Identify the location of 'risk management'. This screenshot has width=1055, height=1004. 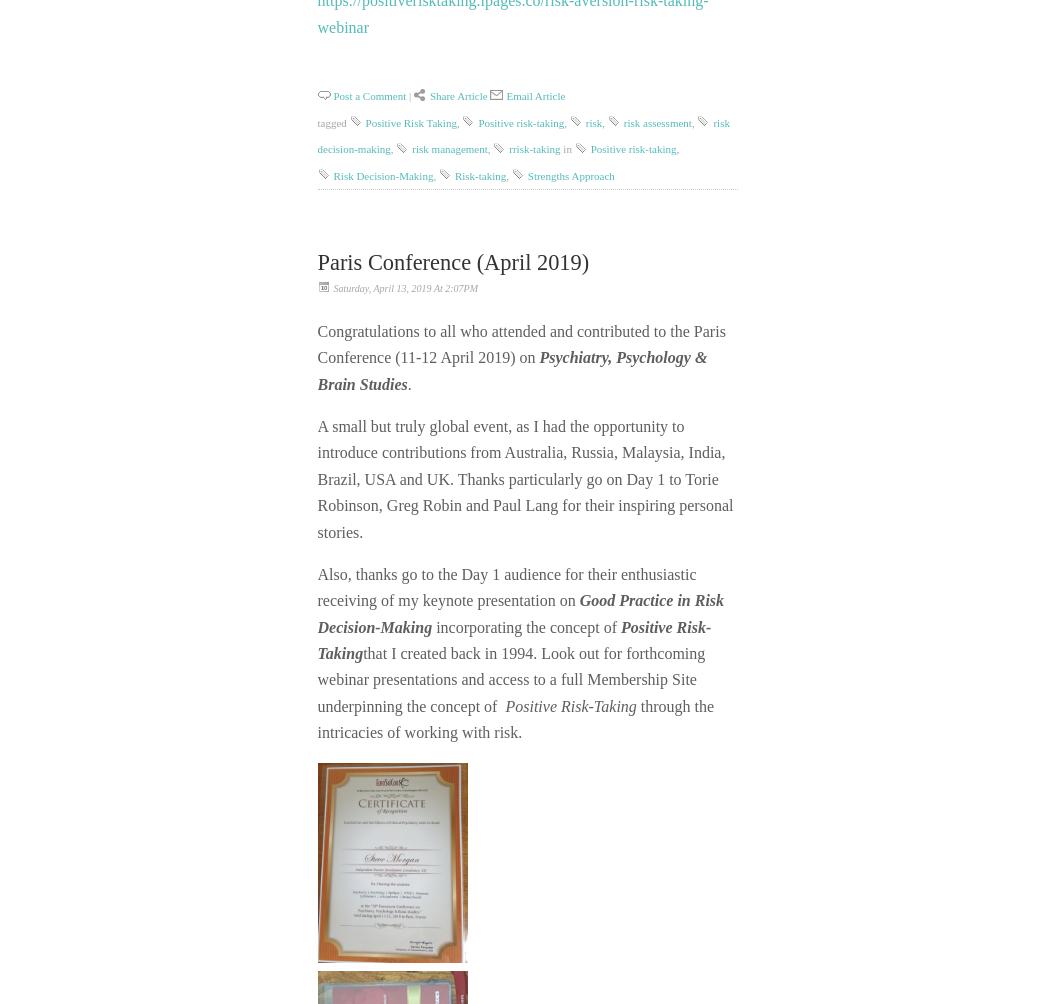
(448, 147).